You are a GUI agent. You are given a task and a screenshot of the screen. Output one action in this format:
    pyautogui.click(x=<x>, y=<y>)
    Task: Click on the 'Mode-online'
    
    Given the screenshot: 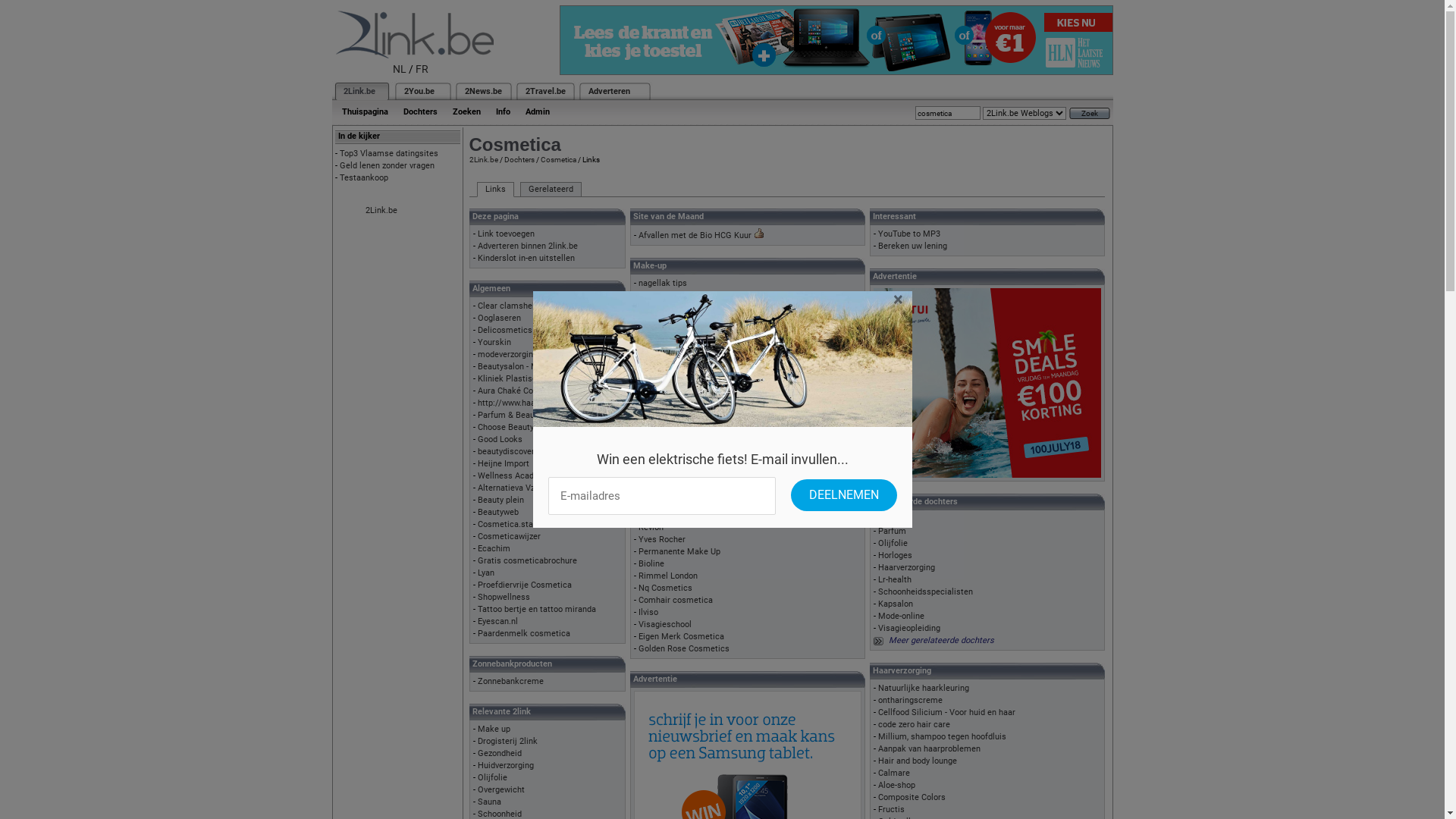 What is the action you would take?
    pyautogui.click(x=901, y=616)
    